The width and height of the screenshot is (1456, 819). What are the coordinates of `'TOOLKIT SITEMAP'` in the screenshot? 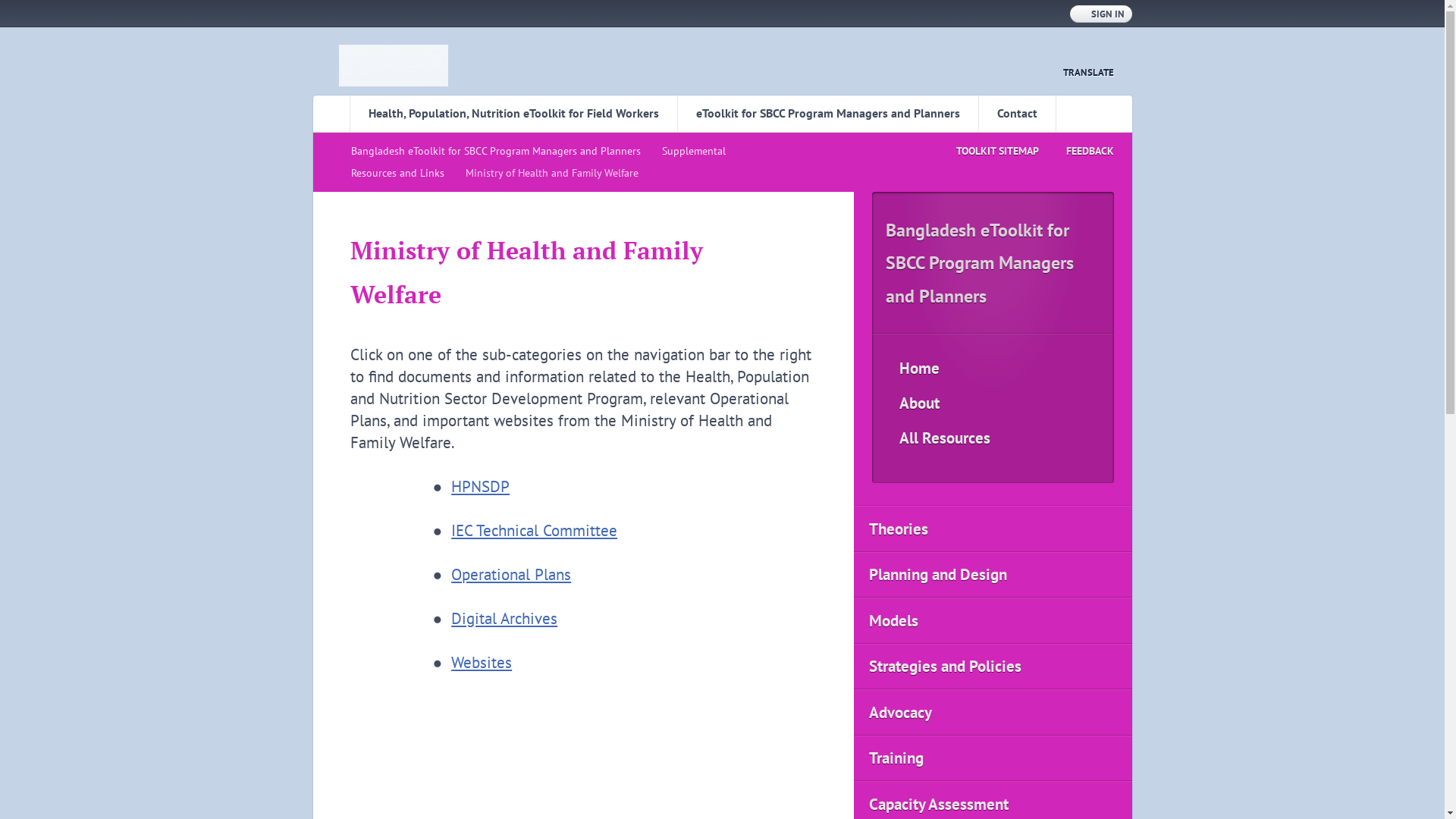 It's located at (983, 151).